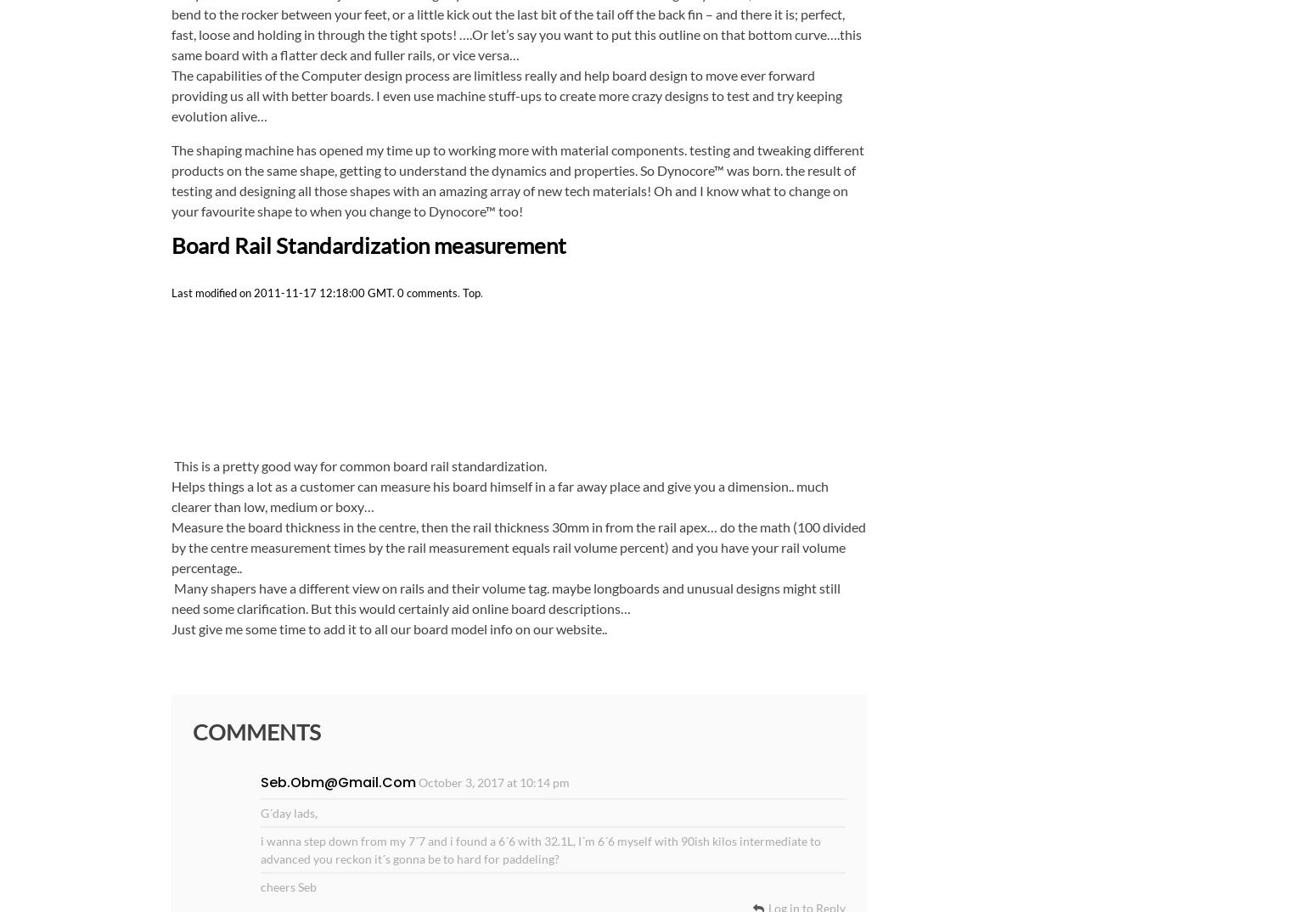  Describe the element at coordinates (538, 848) in the screenshot. I see `'i wanna step down from my 7´7 and i found a 6´6 with 32.1L, I´m 6´6 myself with 90ish kilos intermediate to advanced you reckon it´s gonna be to hard for paddeling?'` at that location.